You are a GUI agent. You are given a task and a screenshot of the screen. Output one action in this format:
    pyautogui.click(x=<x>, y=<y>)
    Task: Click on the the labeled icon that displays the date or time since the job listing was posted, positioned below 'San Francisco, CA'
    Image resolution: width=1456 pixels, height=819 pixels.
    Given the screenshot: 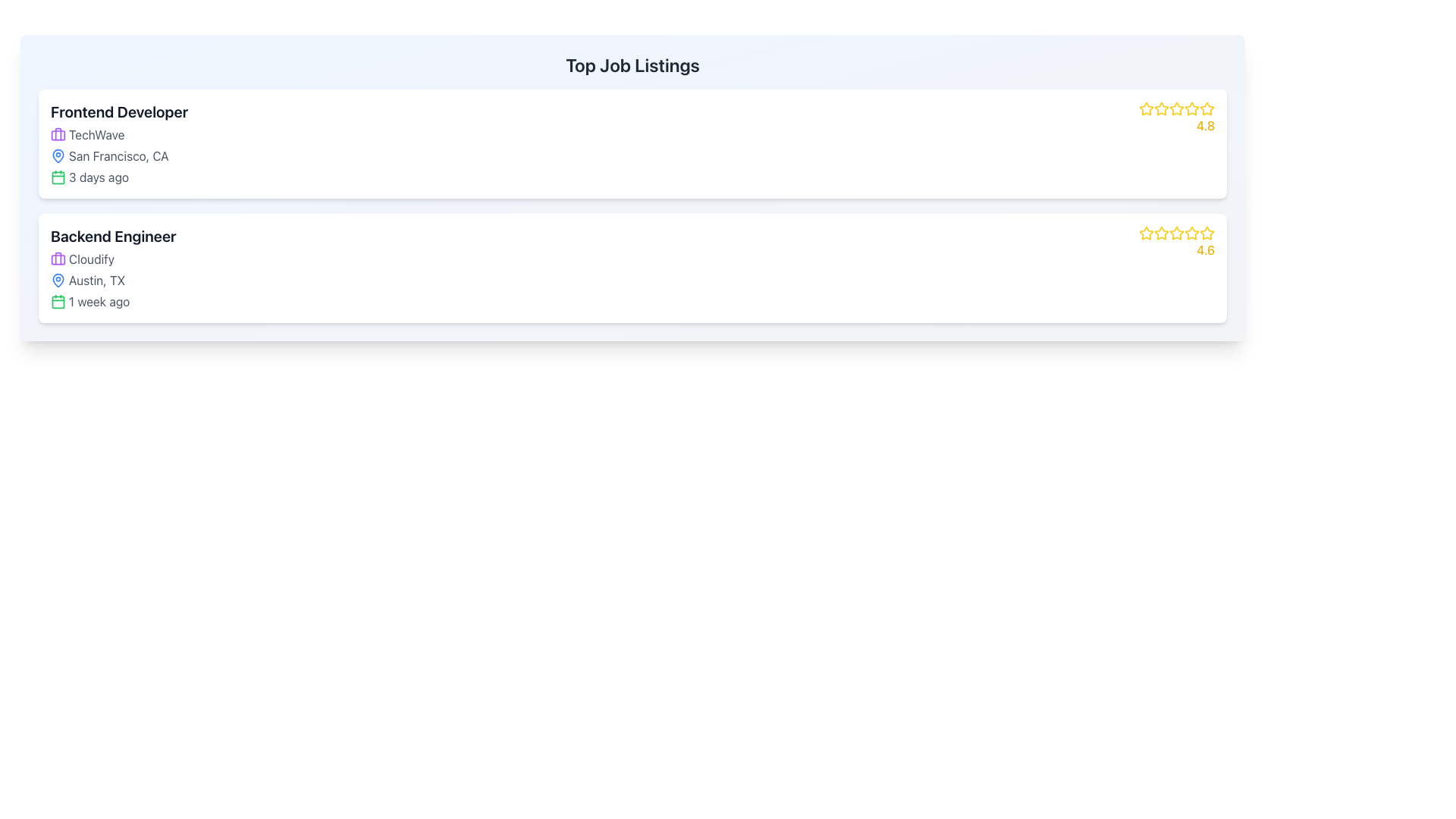 What is the action you would take?
    pyautogui.click(x=118, y=177)
    